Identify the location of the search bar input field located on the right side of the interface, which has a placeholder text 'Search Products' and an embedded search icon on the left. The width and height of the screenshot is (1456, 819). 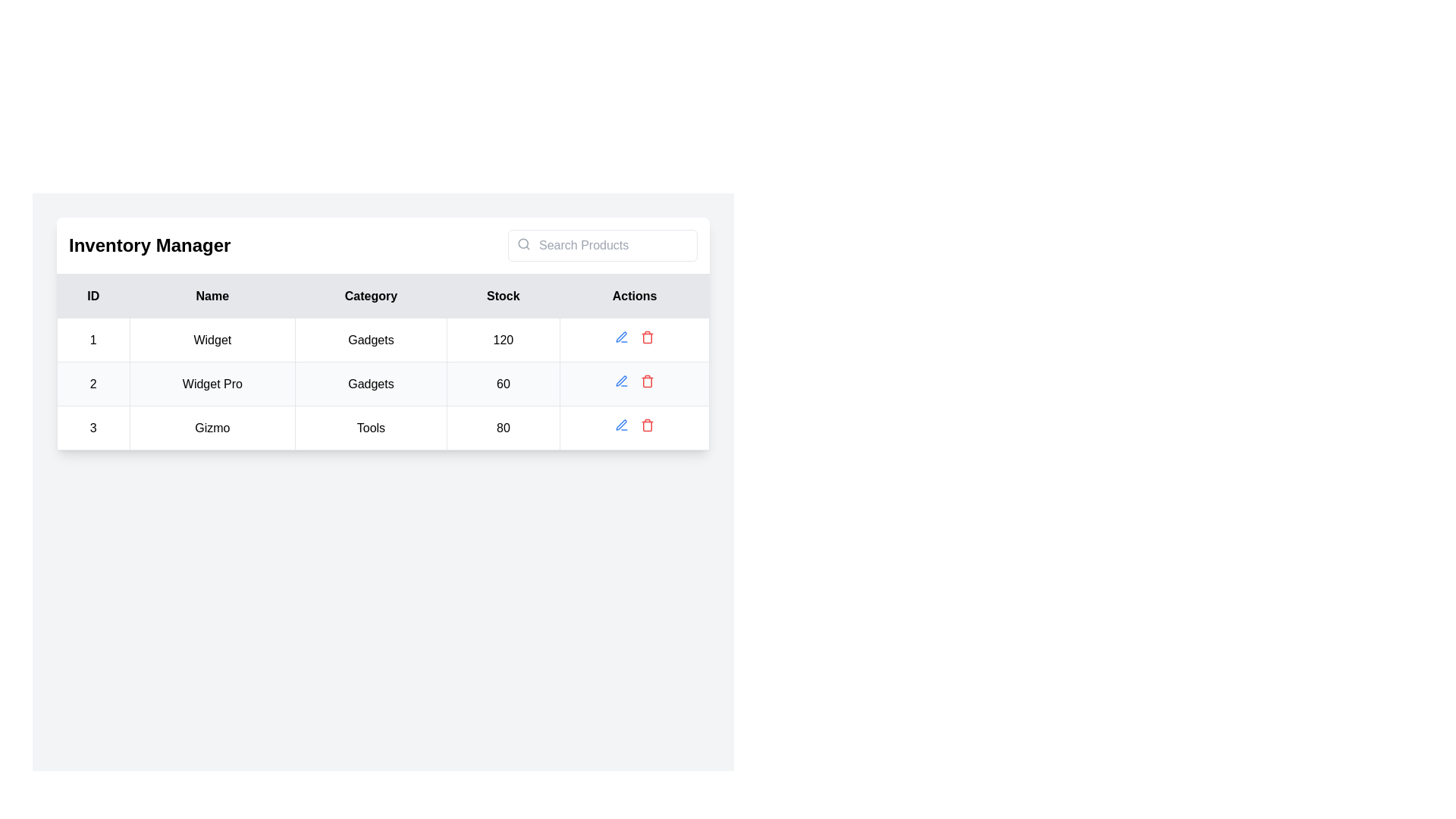
(602, 245).